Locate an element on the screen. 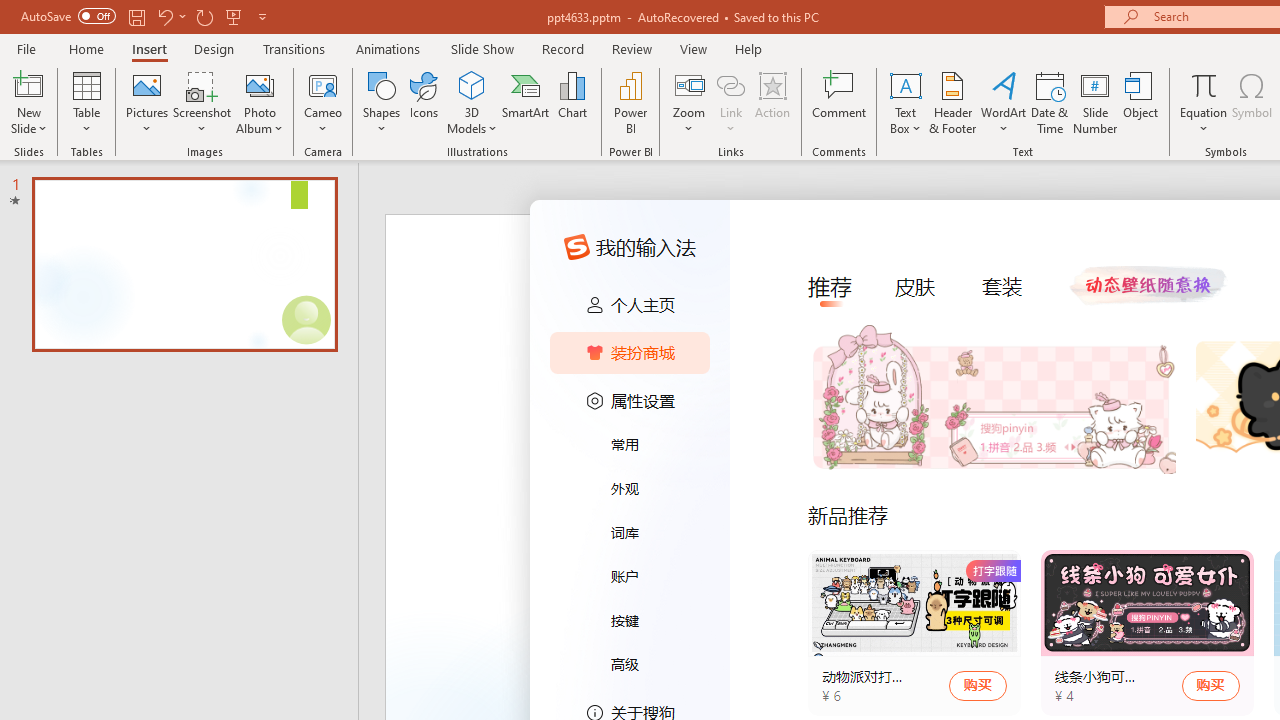 The width and height of the screenshot is (1280, 720). 'Link' is located at coordinates (730, 84).